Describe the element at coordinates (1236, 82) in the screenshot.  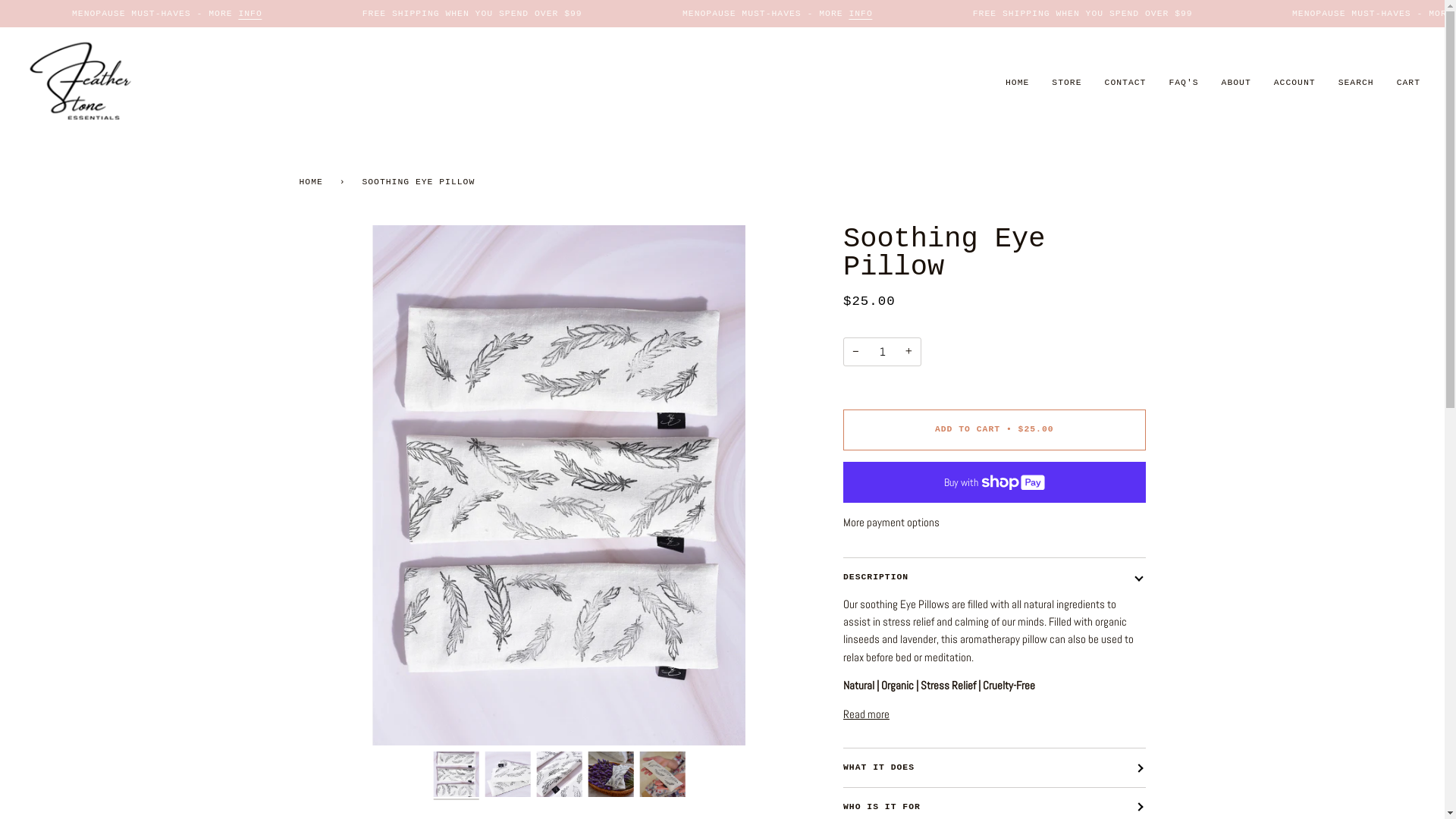
I see `'ABOUT'` at that location.